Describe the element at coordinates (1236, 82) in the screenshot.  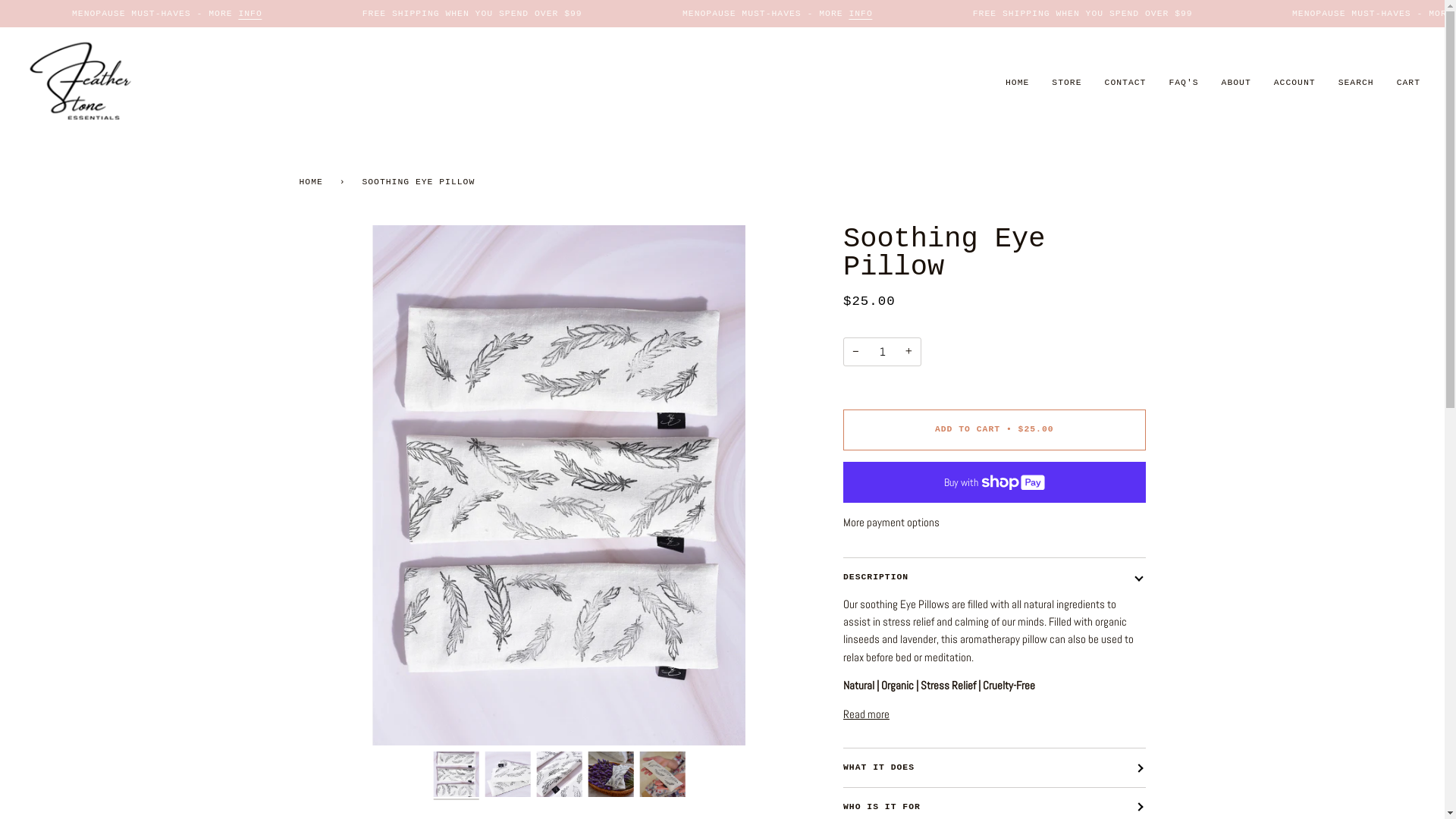
I see `'ABOUT'` at that location.